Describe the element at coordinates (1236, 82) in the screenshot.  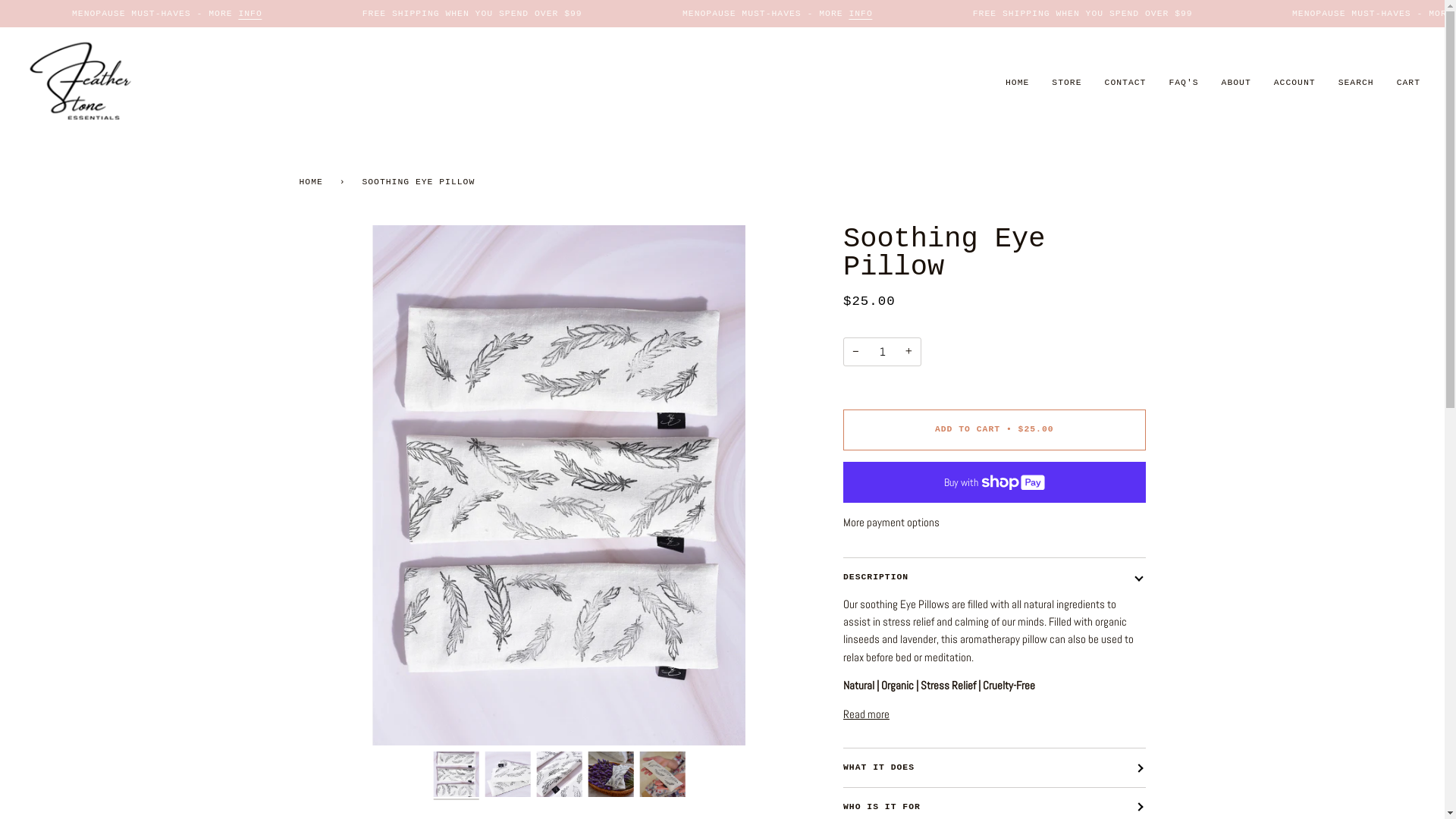
I see `'ABOUT'` at that location.